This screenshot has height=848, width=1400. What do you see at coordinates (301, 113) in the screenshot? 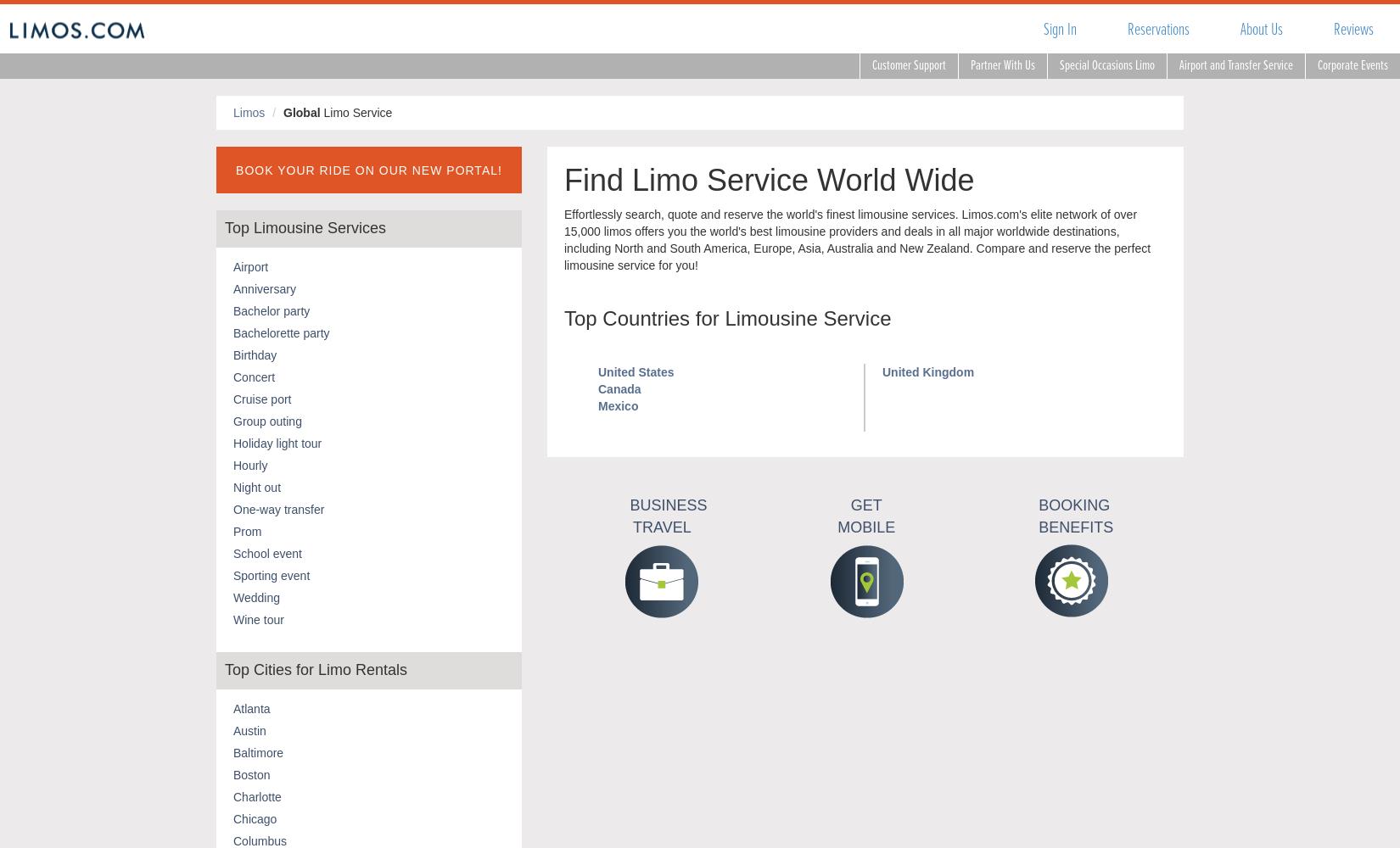
I see `'Global'` at bounding box center [301, 113].